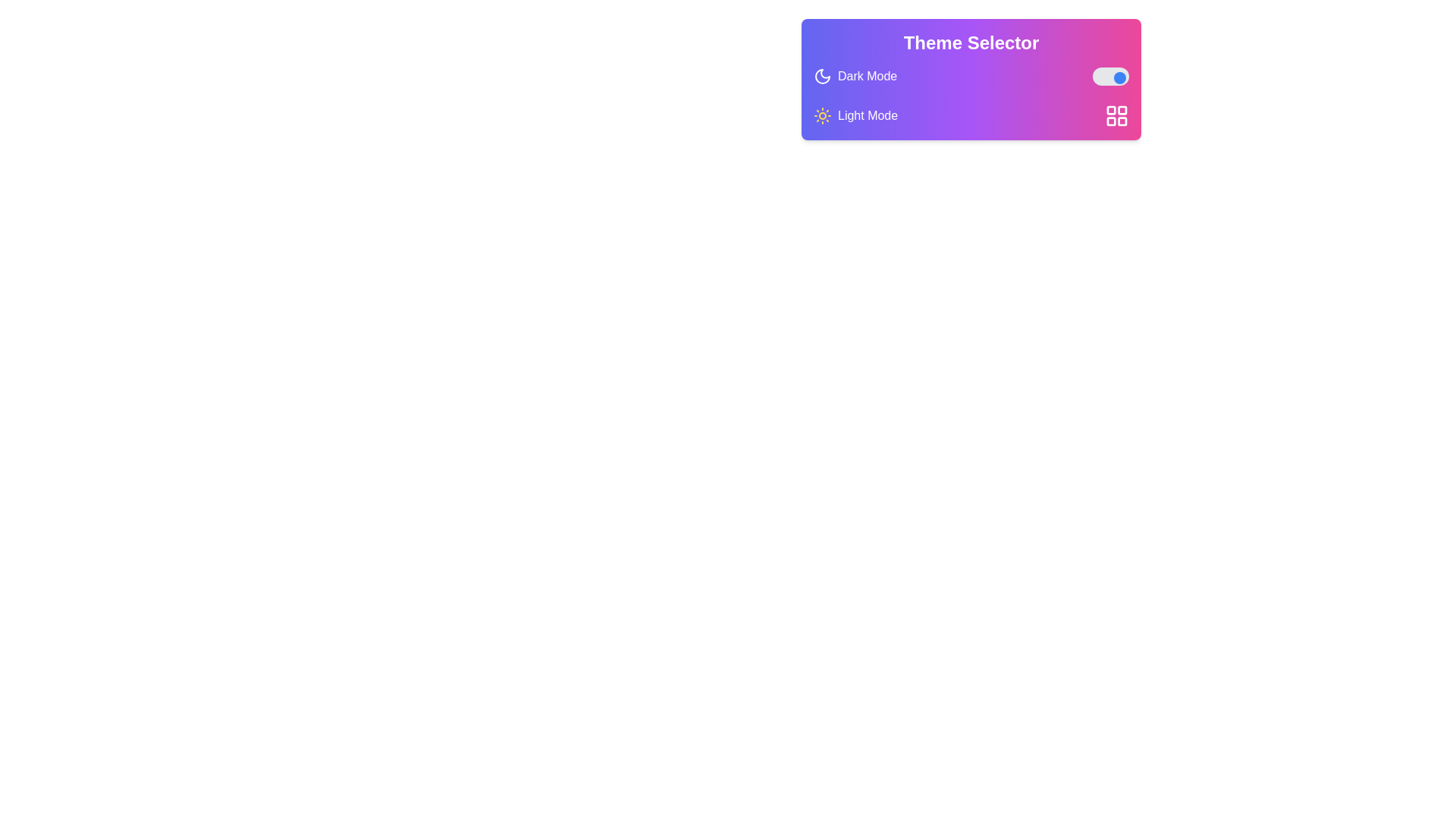  I want to click on the graphical icon representing part of a grid layout, specifically the second square in the first row, so click(1122, 109).